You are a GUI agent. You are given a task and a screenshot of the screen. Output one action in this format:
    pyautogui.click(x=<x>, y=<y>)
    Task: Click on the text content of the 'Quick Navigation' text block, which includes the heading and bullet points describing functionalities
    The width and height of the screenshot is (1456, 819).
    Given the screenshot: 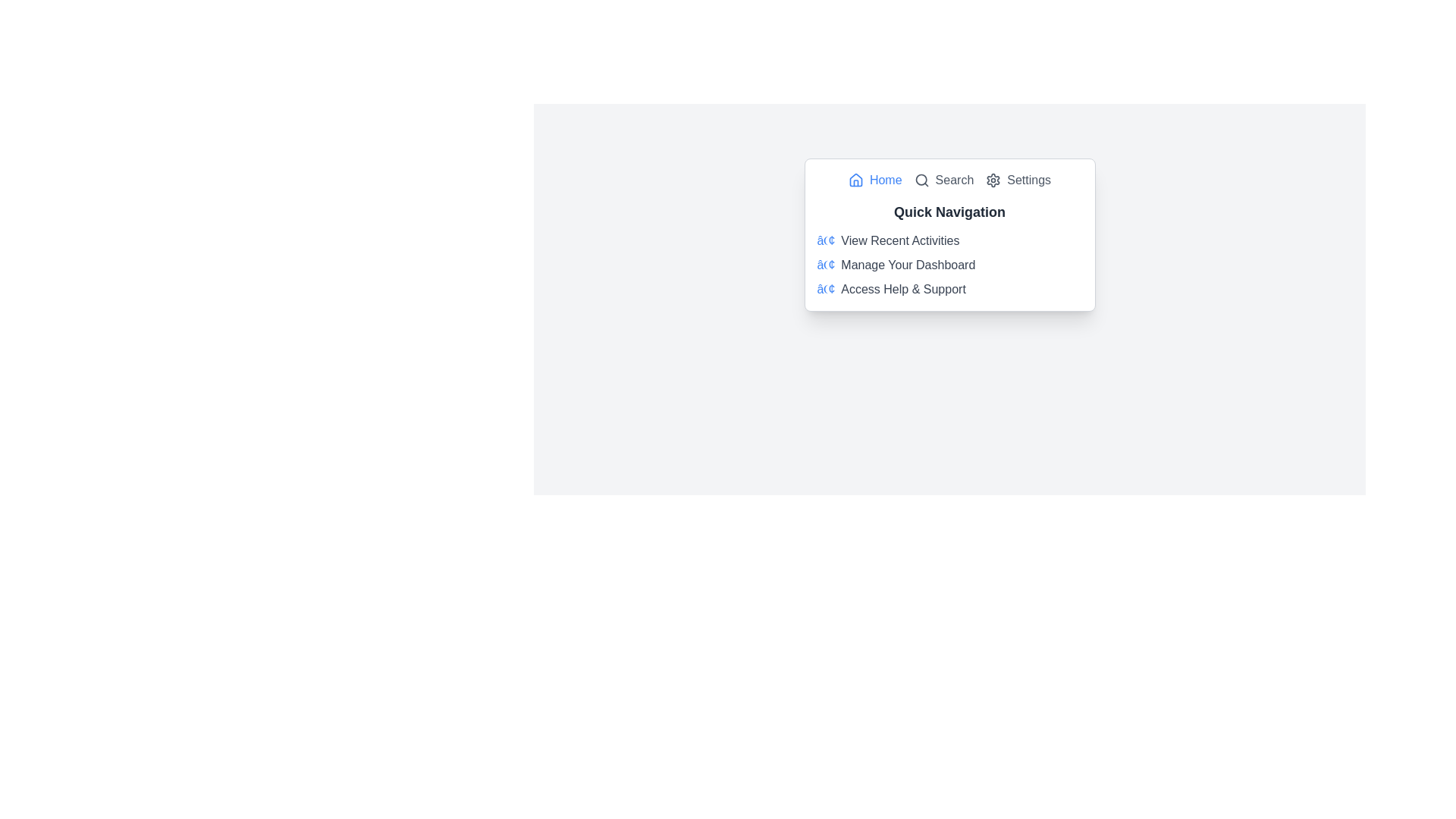 What is the action you would take?
    pyautogui.click(x=949, y=249)
    